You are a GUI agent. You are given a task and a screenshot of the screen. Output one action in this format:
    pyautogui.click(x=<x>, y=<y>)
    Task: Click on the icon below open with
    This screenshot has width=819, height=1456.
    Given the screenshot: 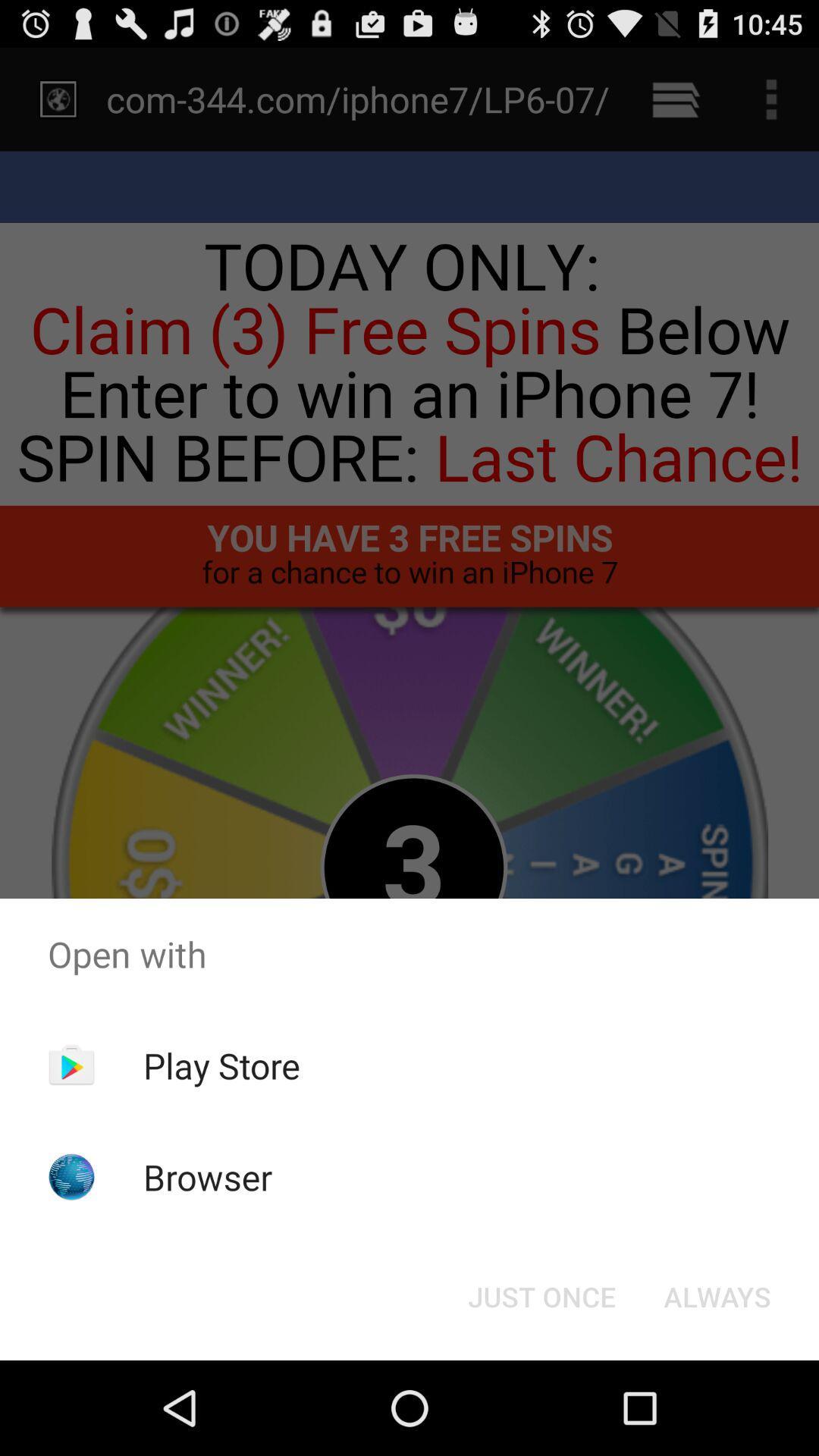 What is the action you would take?
    pyautogui.click(x=717, y=1295)
    